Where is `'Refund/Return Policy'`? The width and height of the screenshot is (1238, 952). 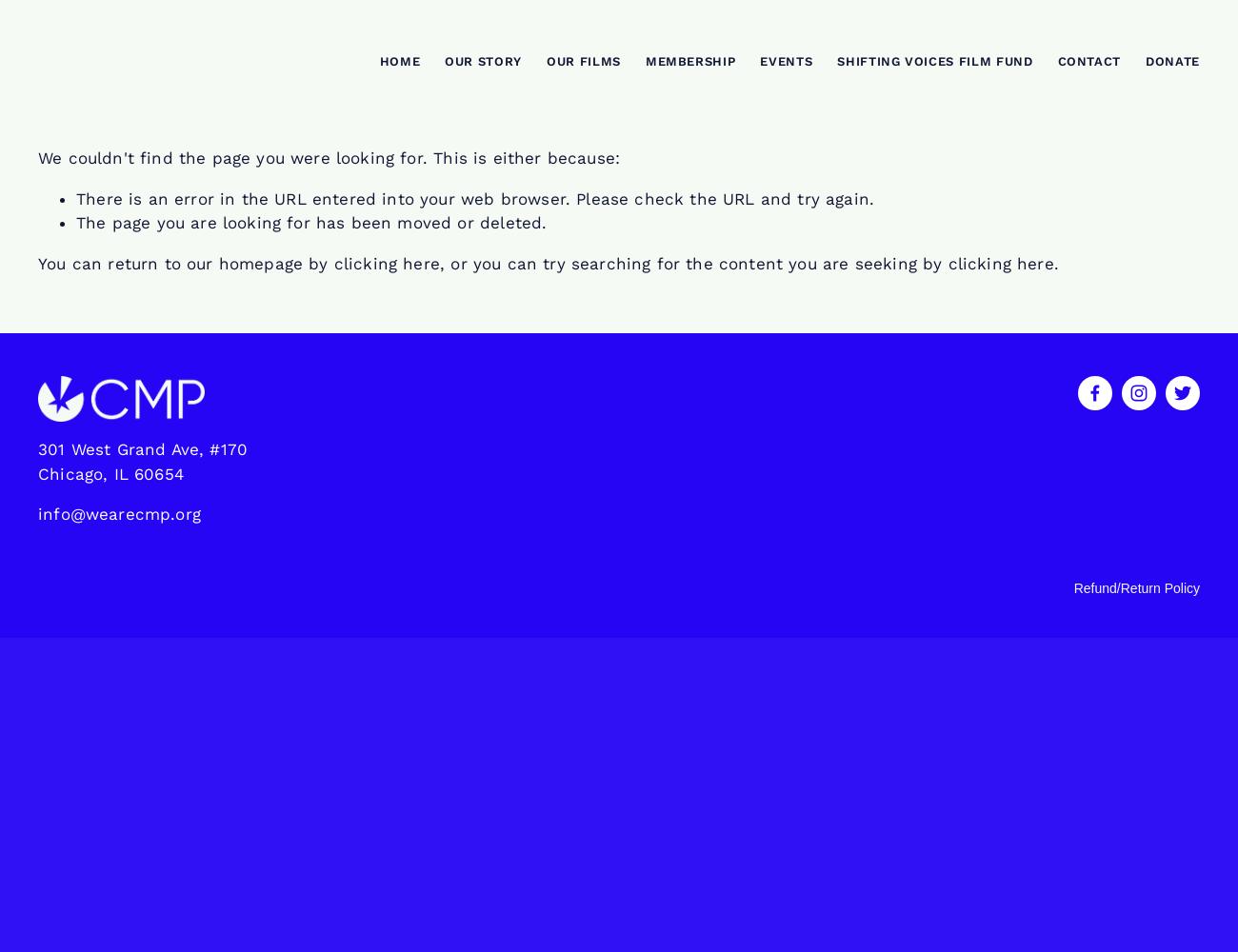
'Refund/Return Policy' is located at coordinates (1071, 586).